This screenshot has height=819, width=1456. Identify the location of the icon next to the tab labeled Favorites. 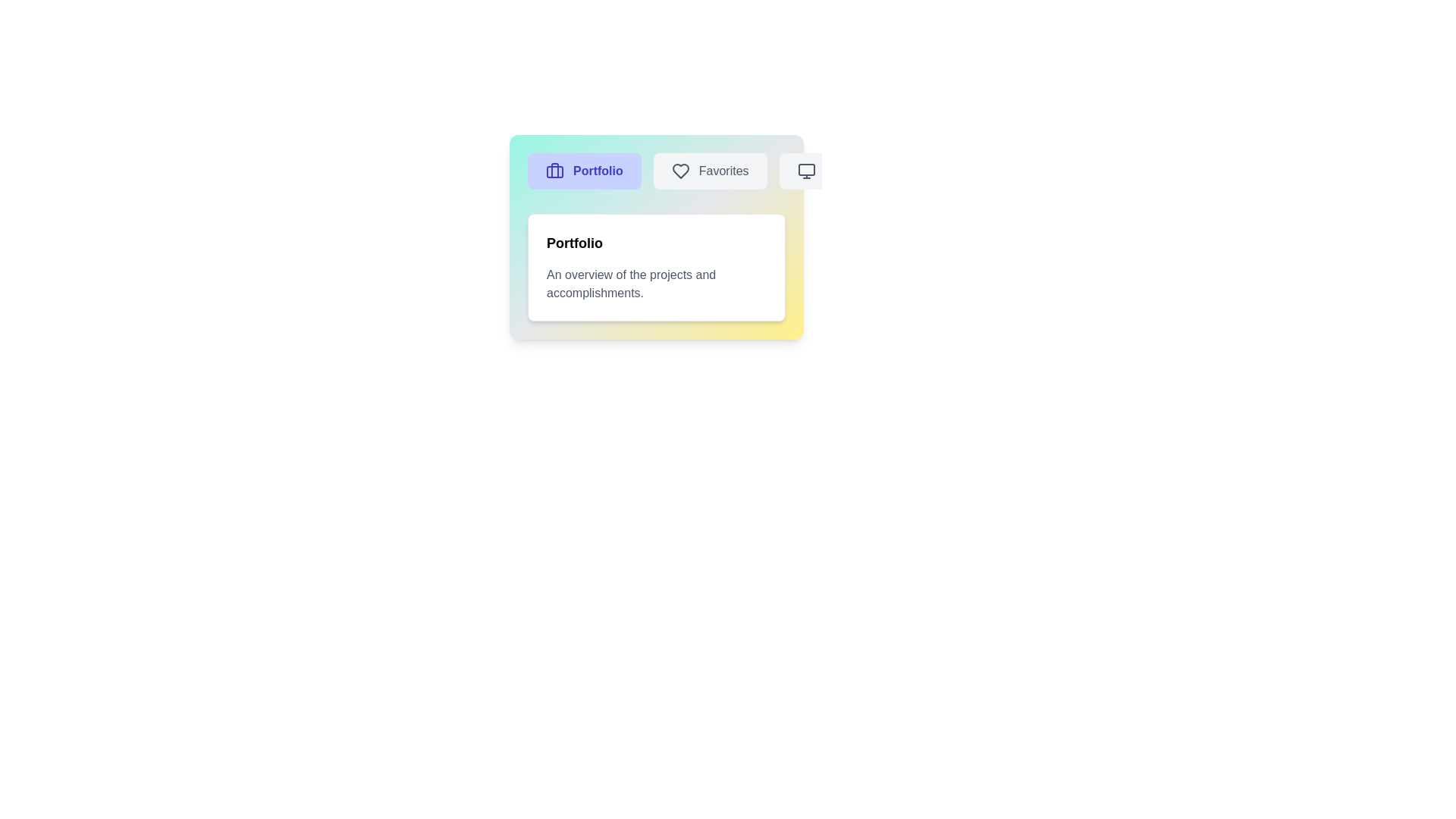
(679, 171).